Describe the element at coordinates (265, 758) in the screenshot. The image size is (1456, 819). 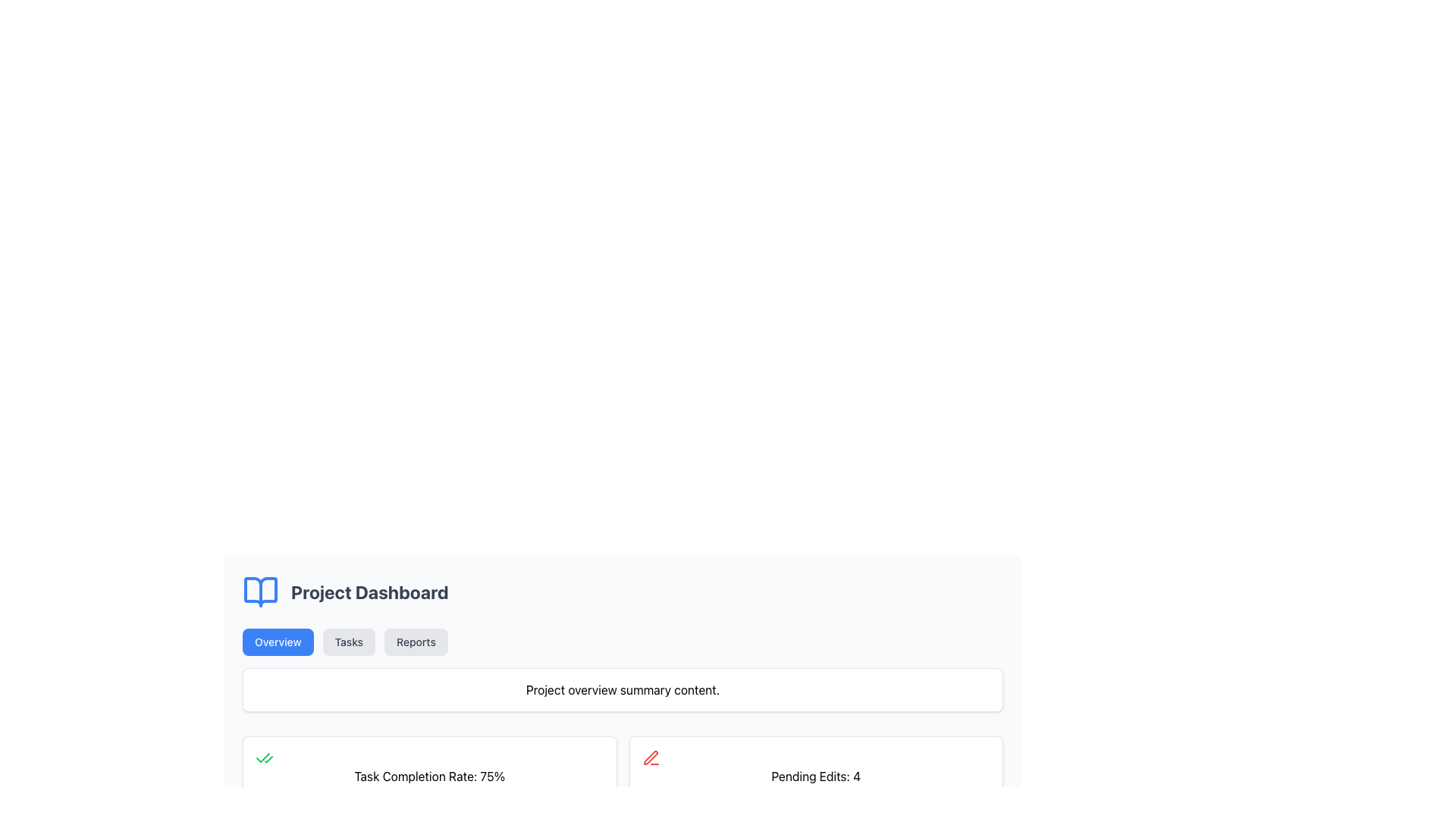
I see `the task completion indicator icon located within the card displaying 'Task Completion Rate: 75%', positioned to the left of the text` at that location.